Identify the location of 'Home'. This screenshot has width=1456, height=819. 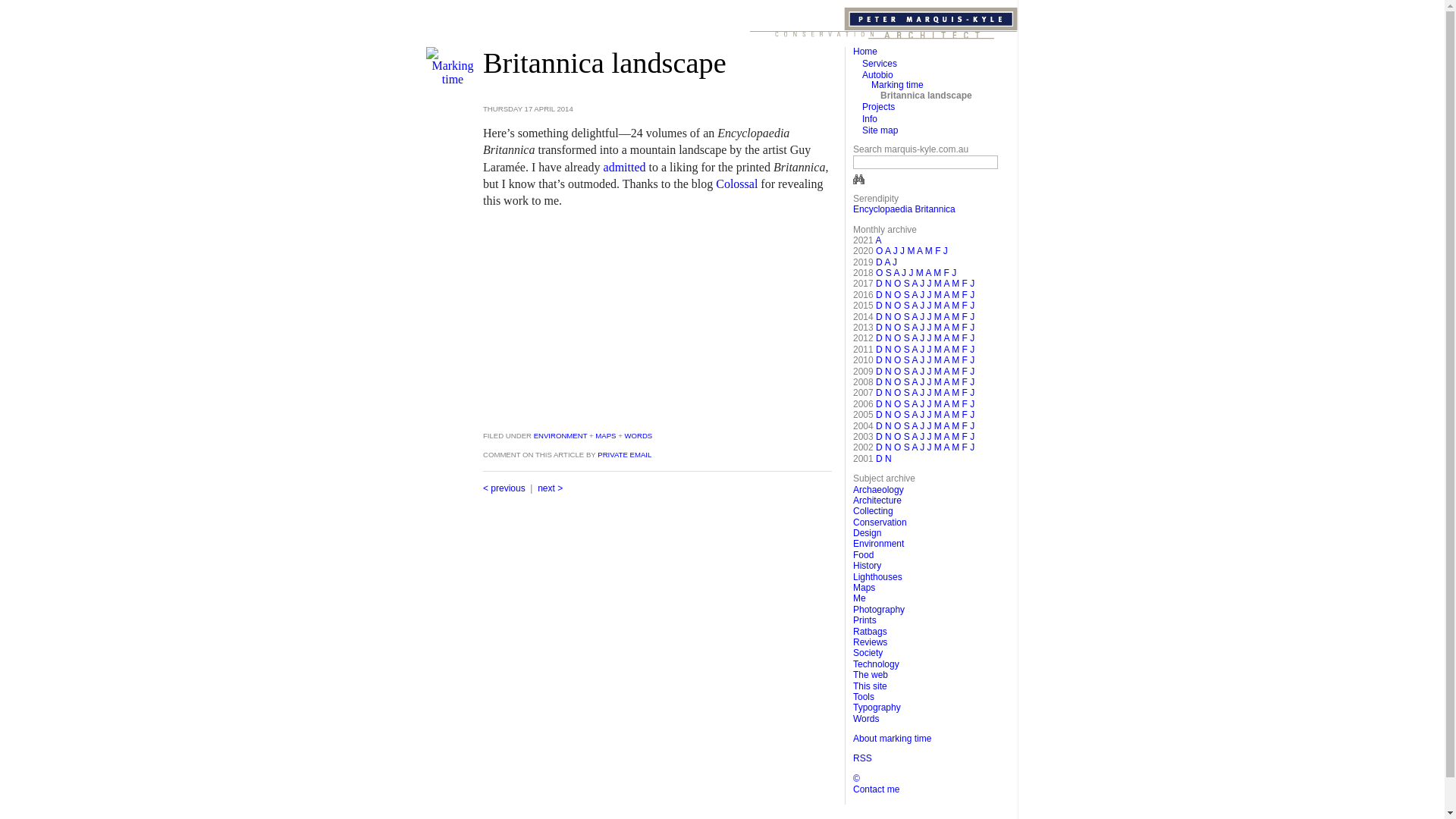
(865, 51).